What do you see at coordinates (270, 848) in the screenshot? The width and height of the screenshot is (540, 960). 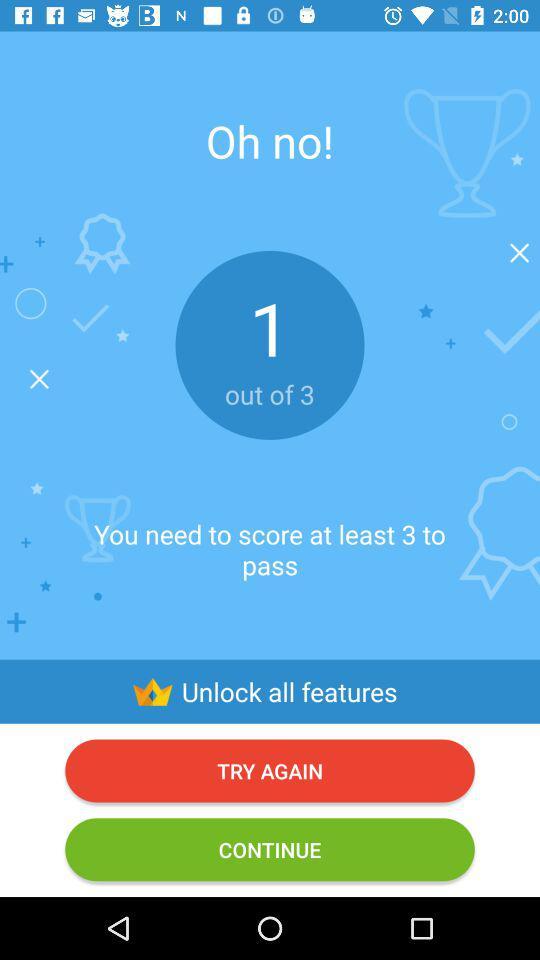 I see `the icon below the try again item` at bounding box center [270, 848].